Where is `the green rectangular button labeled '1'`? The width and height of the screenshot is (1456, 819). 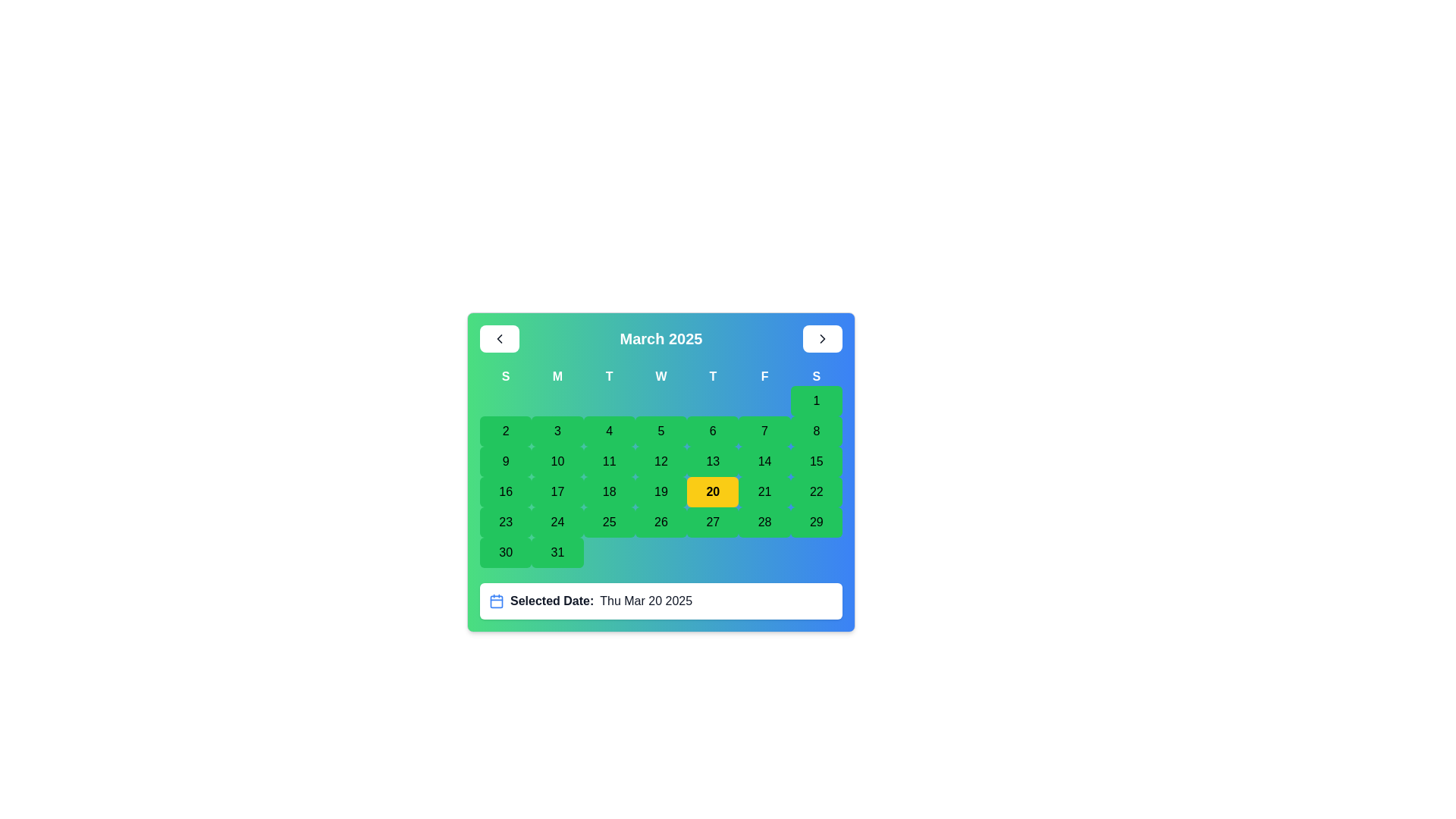 the green rectangular button labeled '1' is located at coordinates (815, 400).